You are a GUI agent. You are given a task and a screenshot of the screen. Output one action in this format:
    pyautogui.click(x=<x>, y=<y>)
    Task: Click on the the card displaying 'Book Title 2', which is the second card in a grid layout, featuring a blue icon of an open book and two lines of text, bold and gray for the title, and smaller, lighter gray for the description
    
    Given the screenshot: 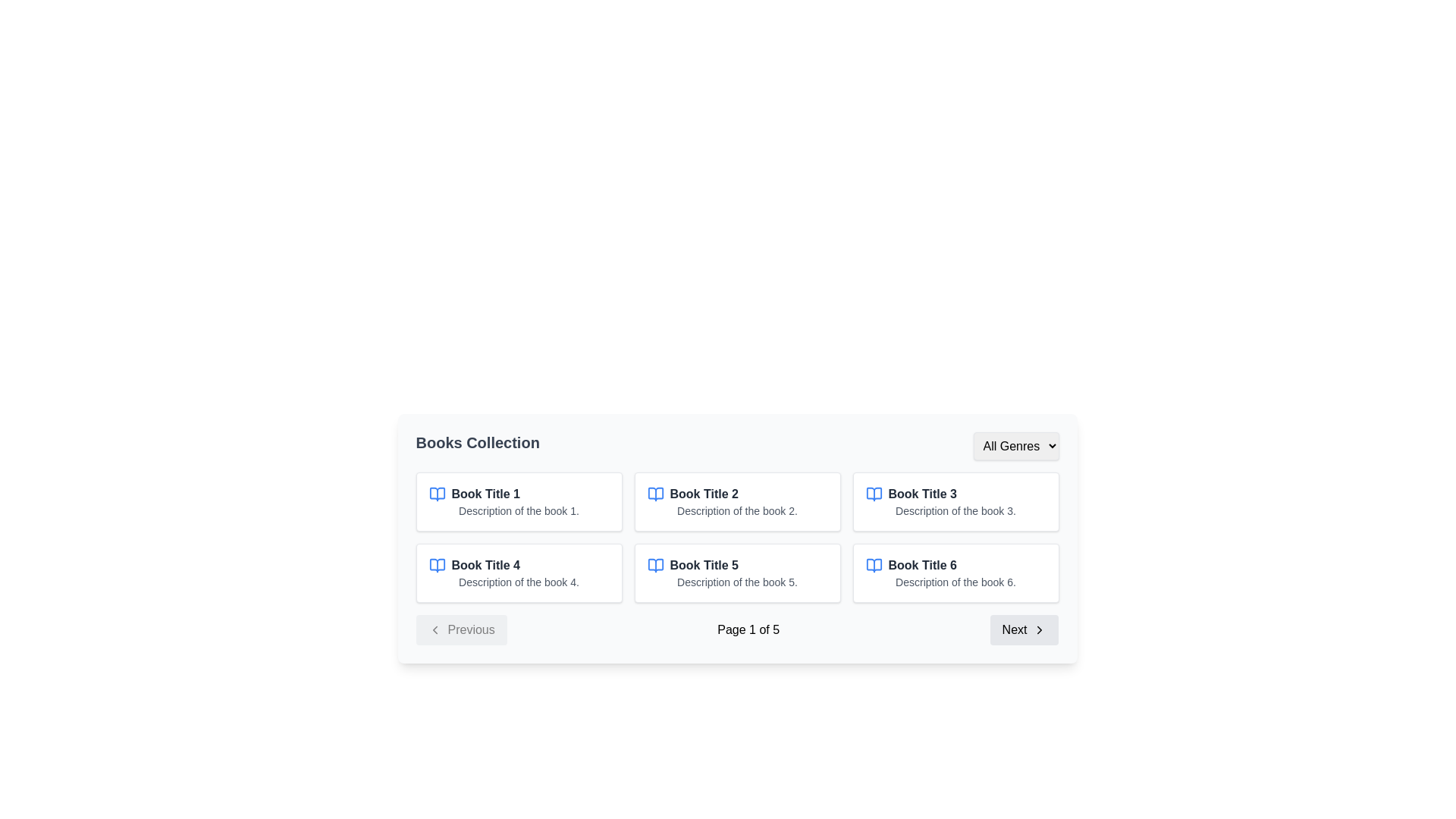 What is the action you would take?
    pyautogui.click(x=737, y=502)
    